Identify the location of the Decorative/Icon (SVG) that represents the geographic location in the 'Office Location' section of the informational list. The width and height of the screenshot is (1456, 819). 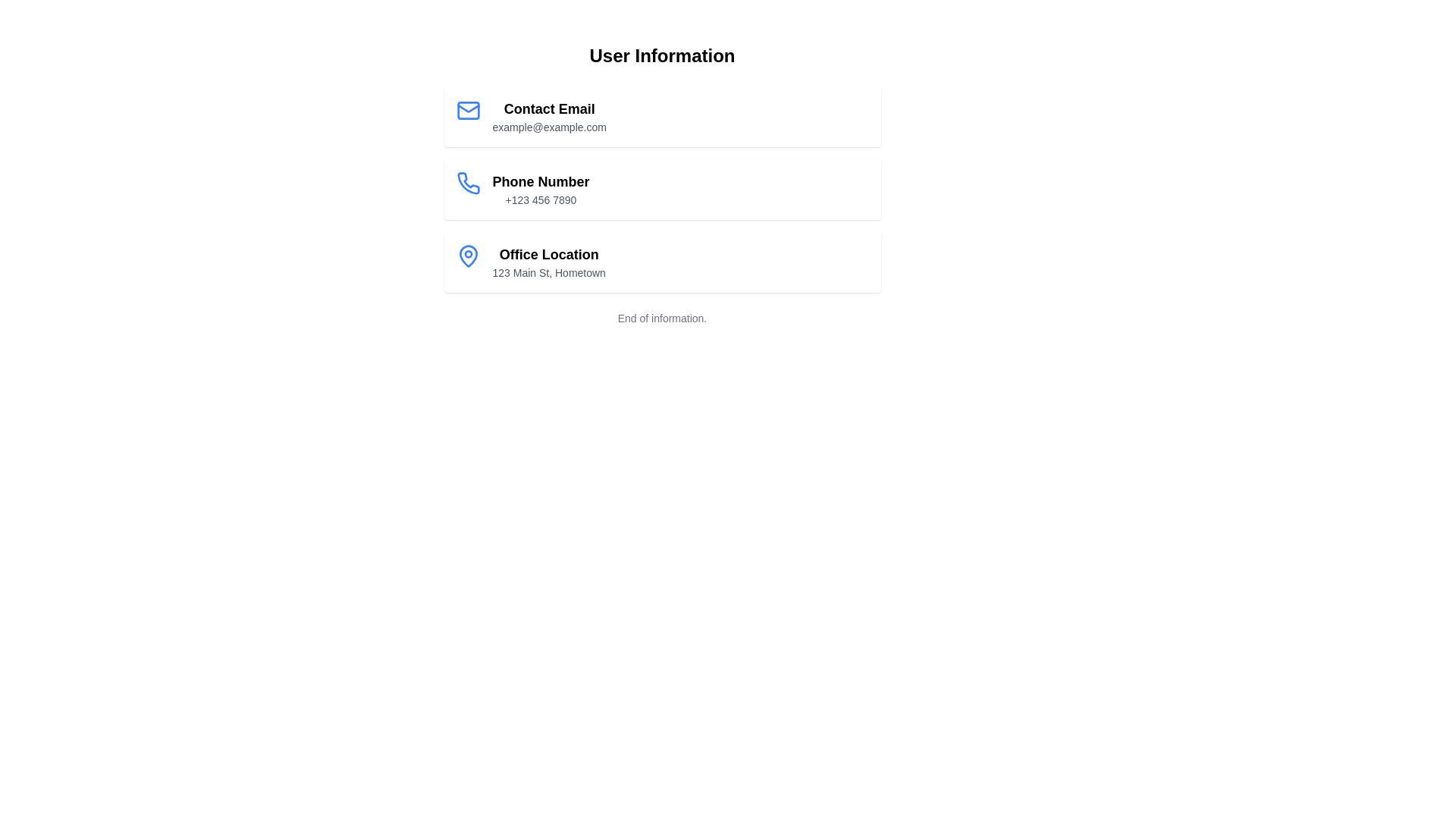
(467, 256).